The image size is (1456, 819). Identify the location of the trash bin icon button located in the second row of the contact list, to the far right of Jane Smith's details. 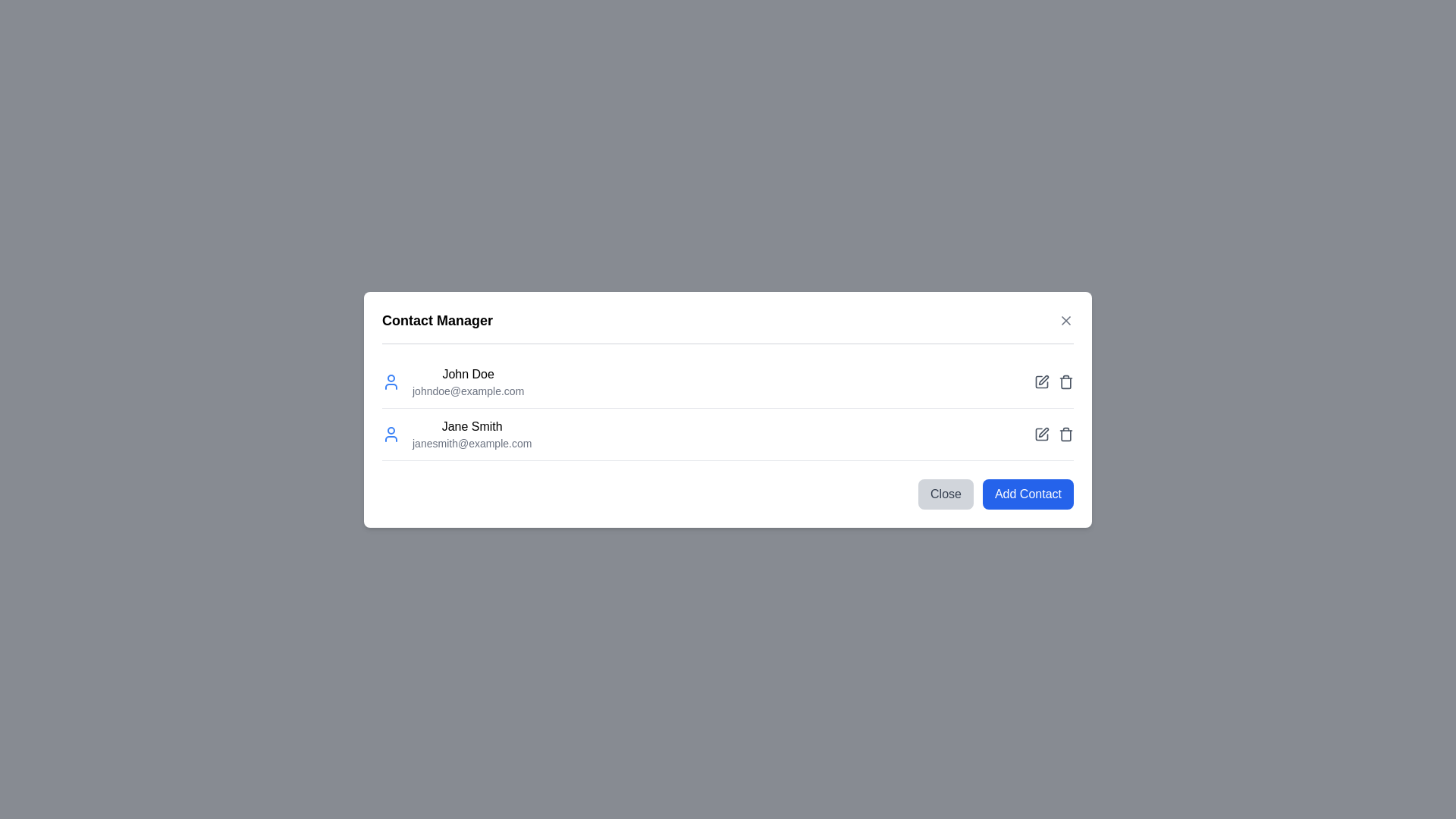
(1065, 381).